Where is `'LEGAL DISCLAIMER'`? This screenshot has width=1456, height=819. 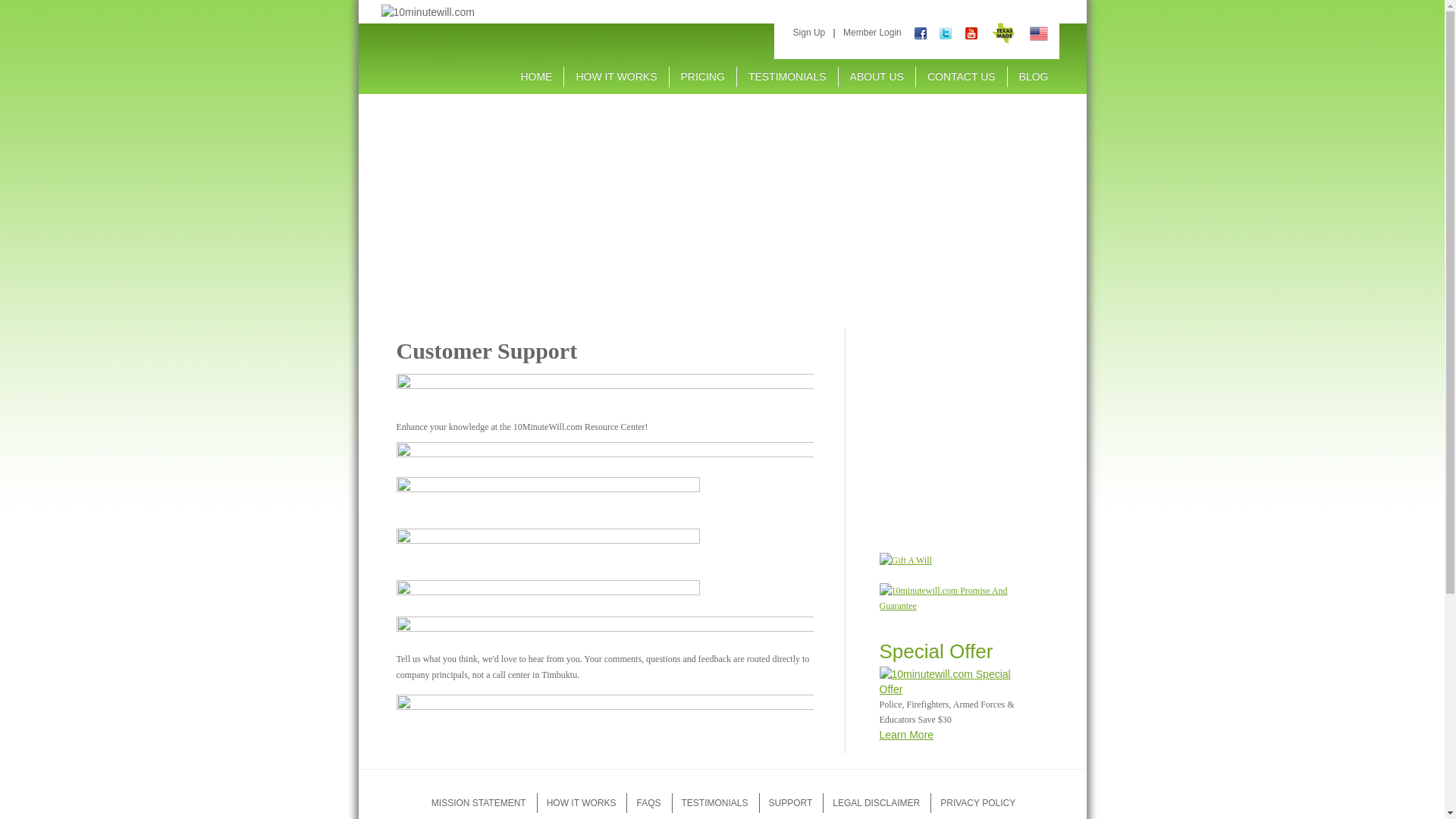 'LEGAL DISCLAIMER' is located at coordinates (876, 802).